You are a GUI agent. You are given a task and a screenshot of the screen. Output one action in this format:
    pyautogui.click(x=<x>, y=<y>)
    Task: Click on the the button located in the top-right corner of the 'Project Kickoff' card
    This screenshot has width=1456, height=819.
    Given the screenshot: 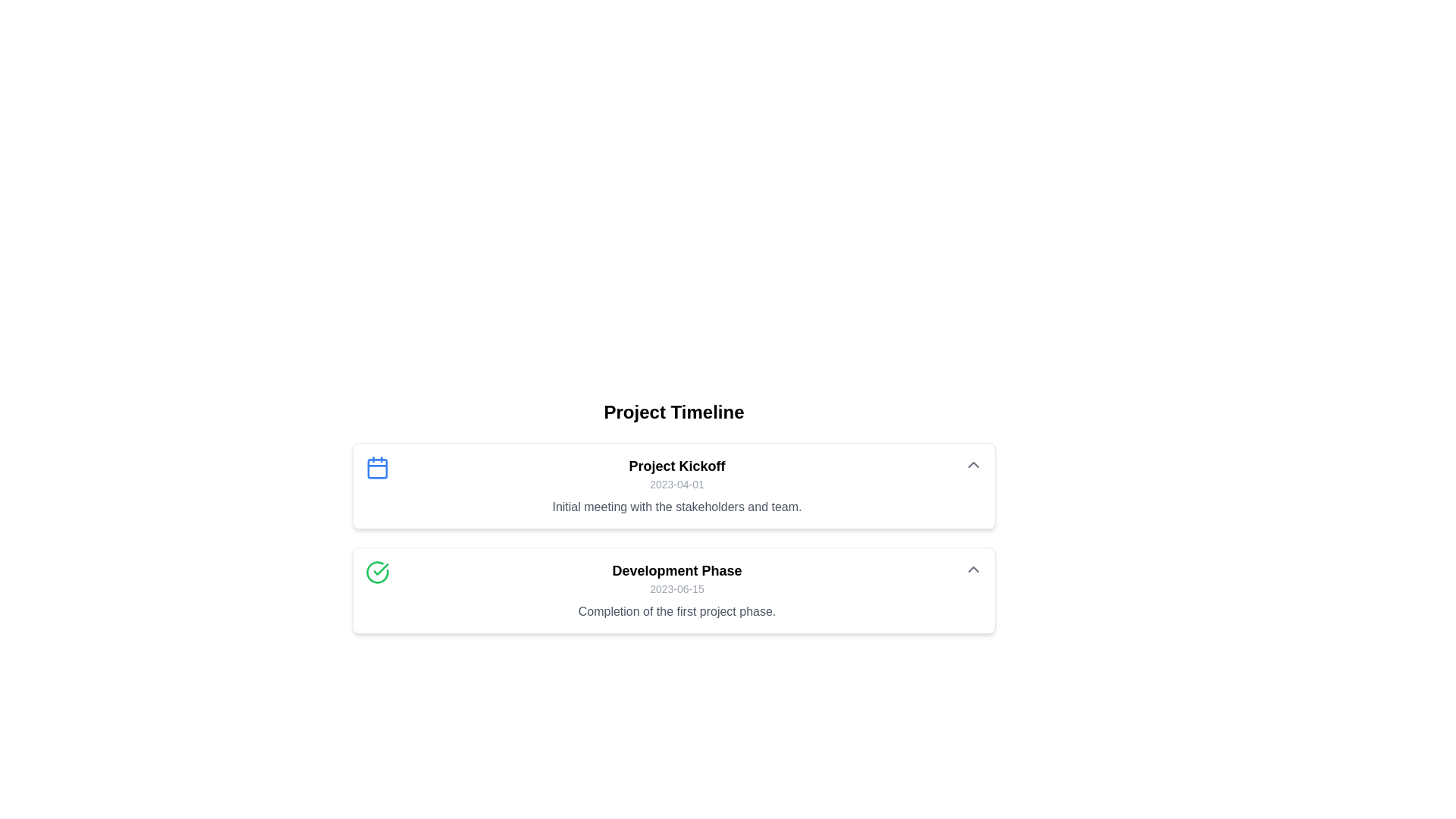 What is the action you would take?
    pyautogui.click(x=973, y=464)
    